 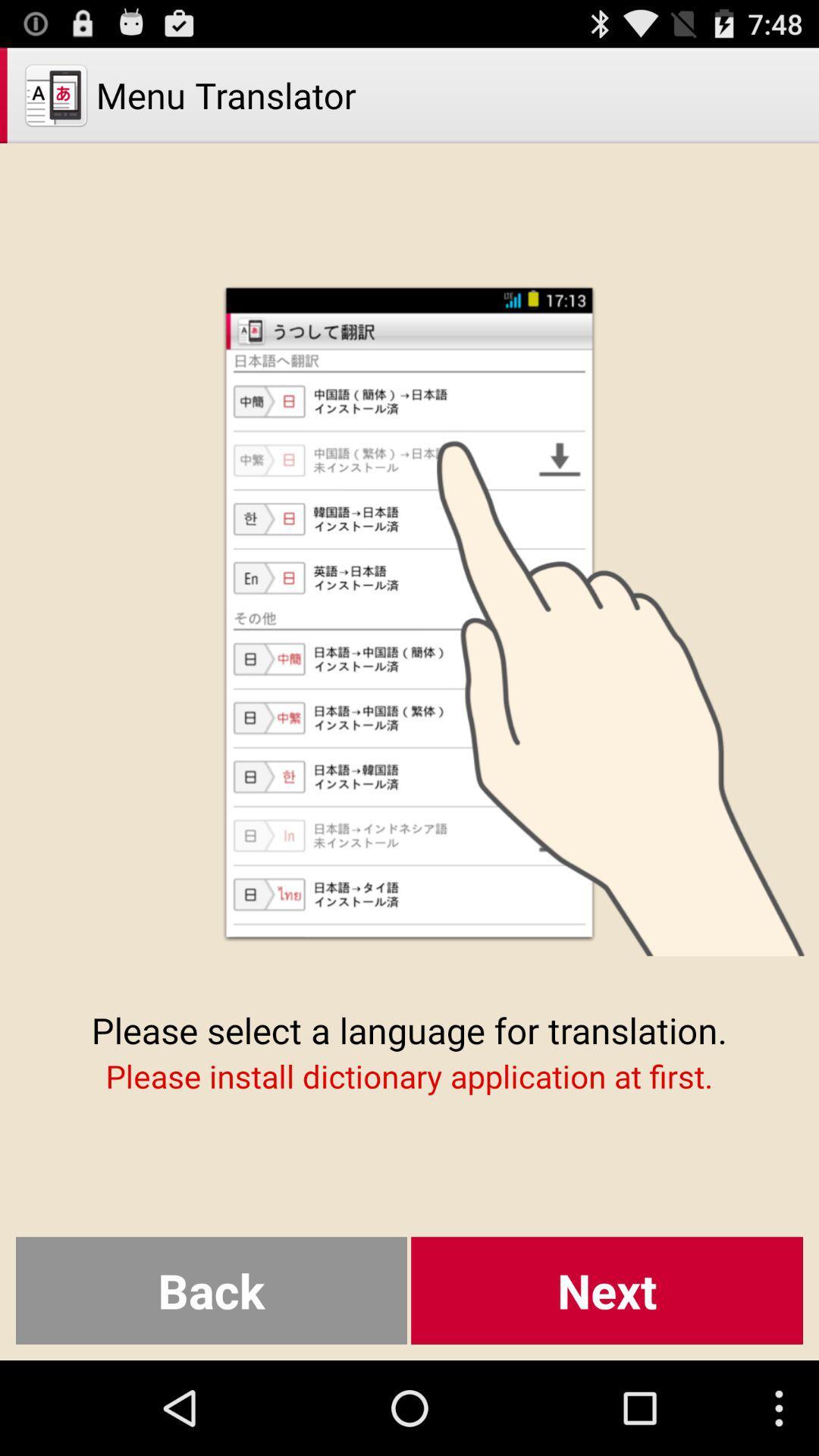 I want to click on the next at the bottom right corner, so click(x=606, y=1290).